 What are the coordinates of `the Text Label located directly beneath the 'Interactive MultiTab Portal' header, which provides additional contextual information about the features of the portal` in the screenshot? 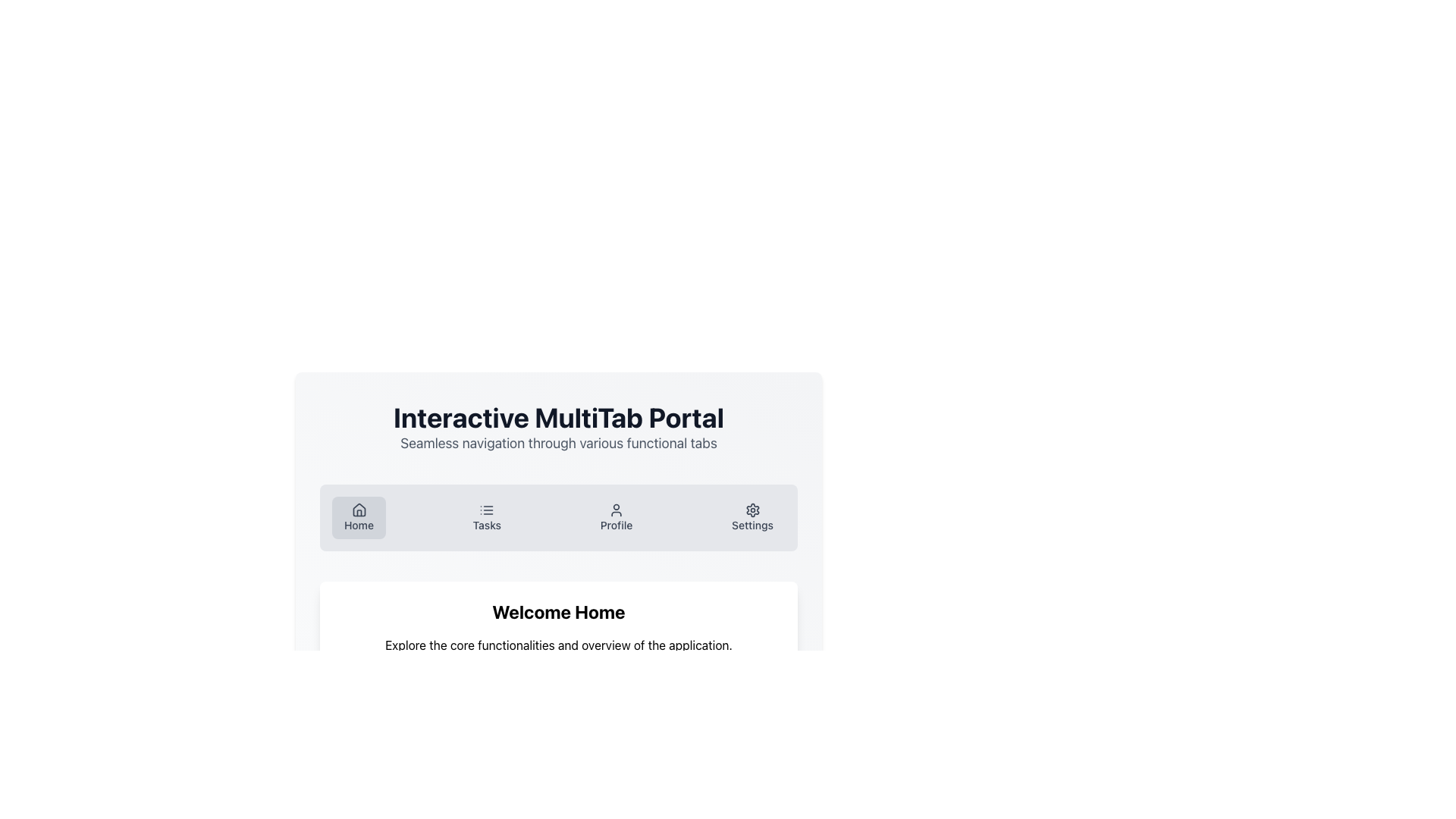 It's located at (558, 444).